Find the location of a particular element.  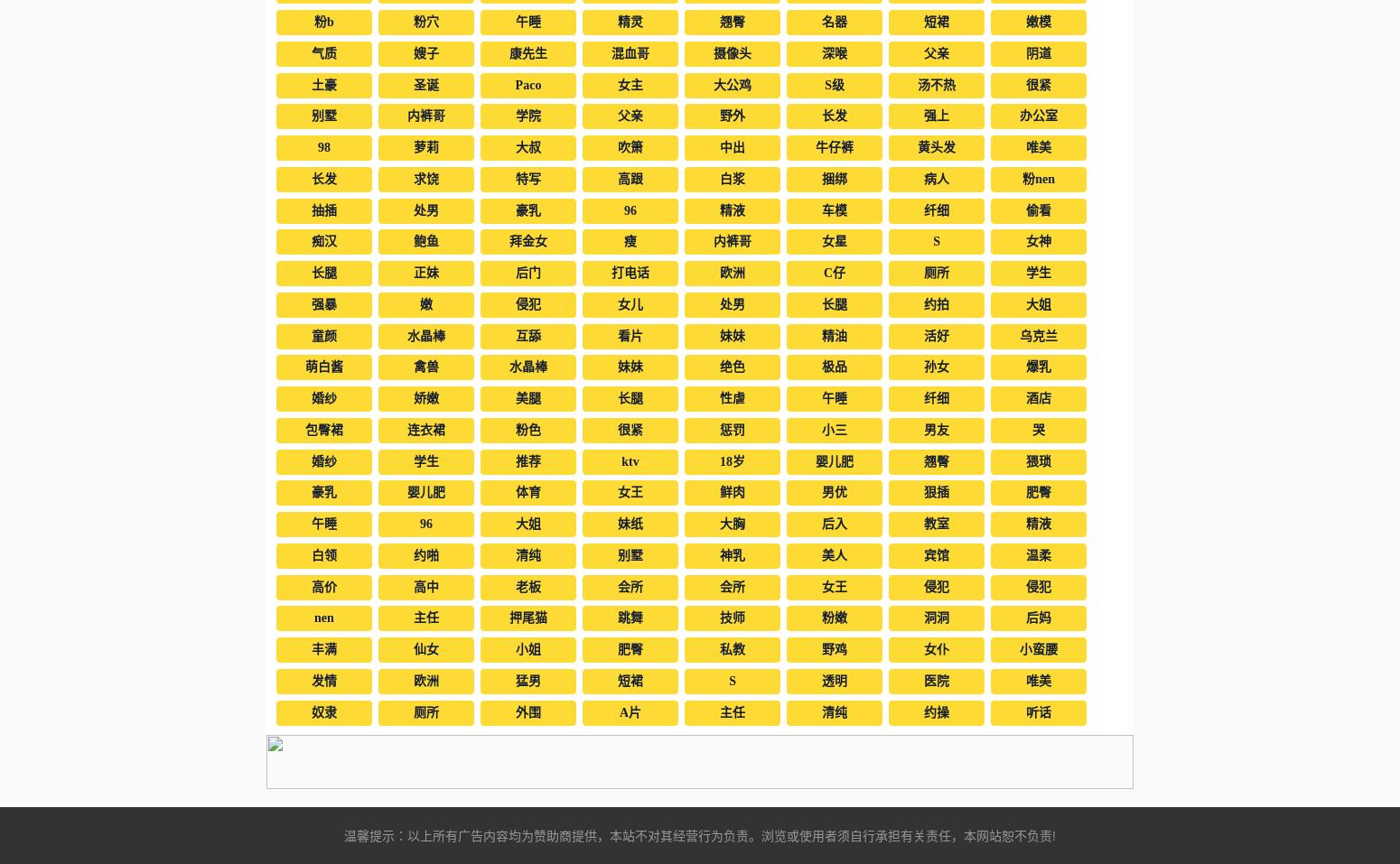

'18岁' is located at coordinates (731, 460).